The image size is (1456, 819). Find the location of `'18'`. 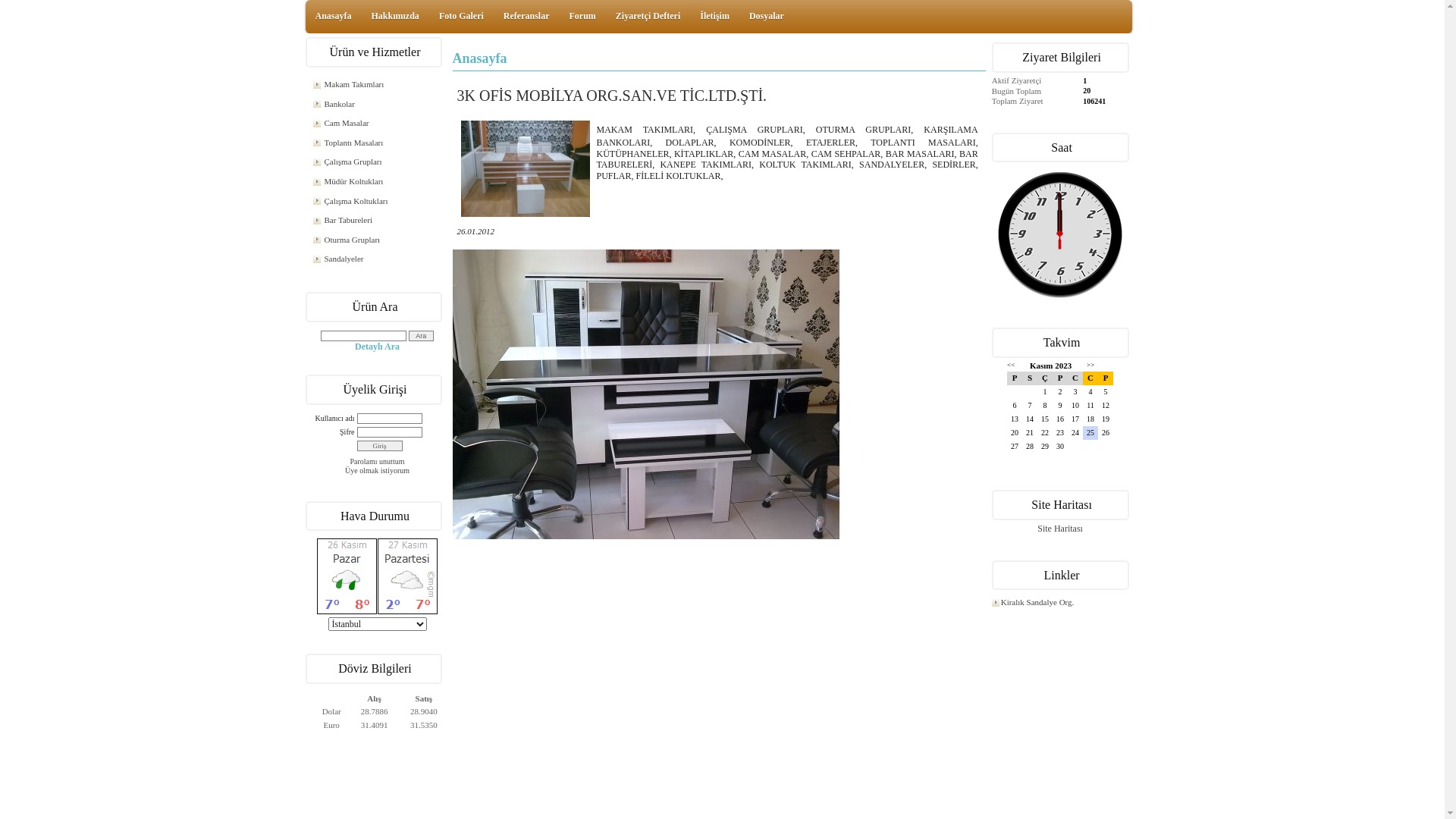

'18' is located at coordinates (1090, 419).